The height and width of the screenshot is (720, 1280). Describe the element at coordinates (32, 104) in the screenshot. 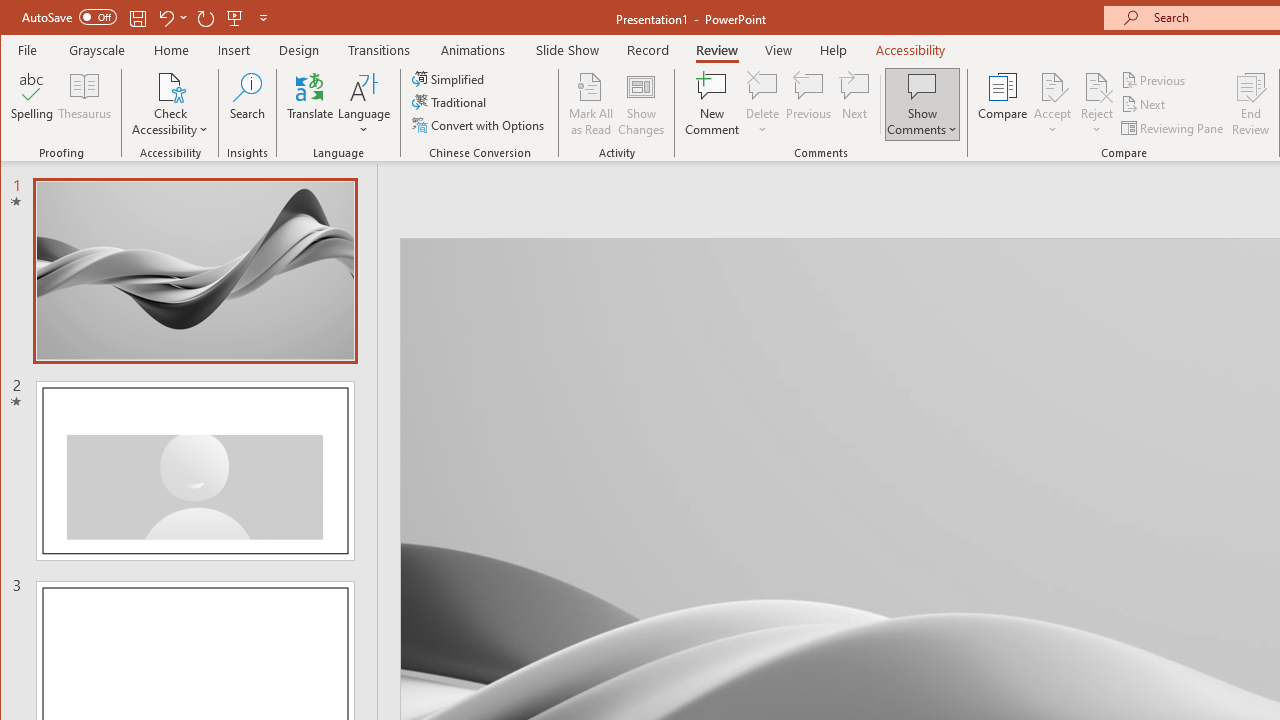

I see `'Spelling...'` at that location.